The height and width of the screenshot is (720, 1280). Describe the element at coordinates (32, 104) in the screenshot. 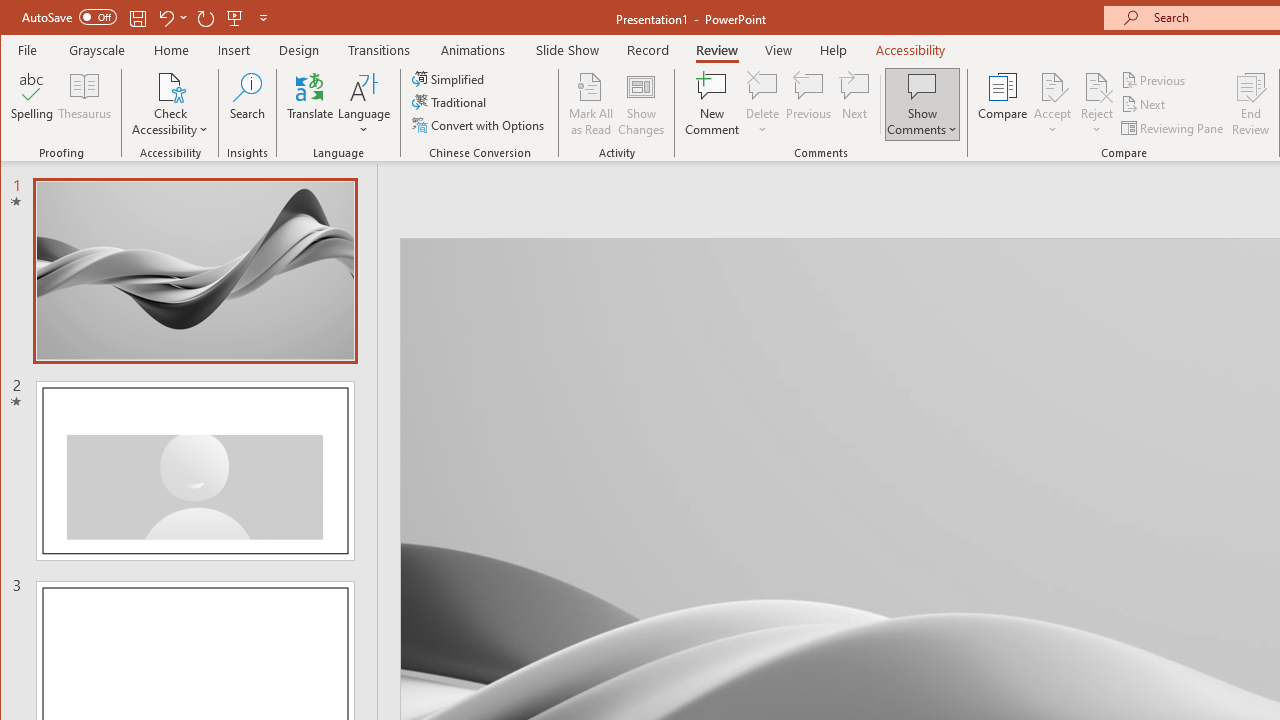

I see `'Spelling...'` at that location.